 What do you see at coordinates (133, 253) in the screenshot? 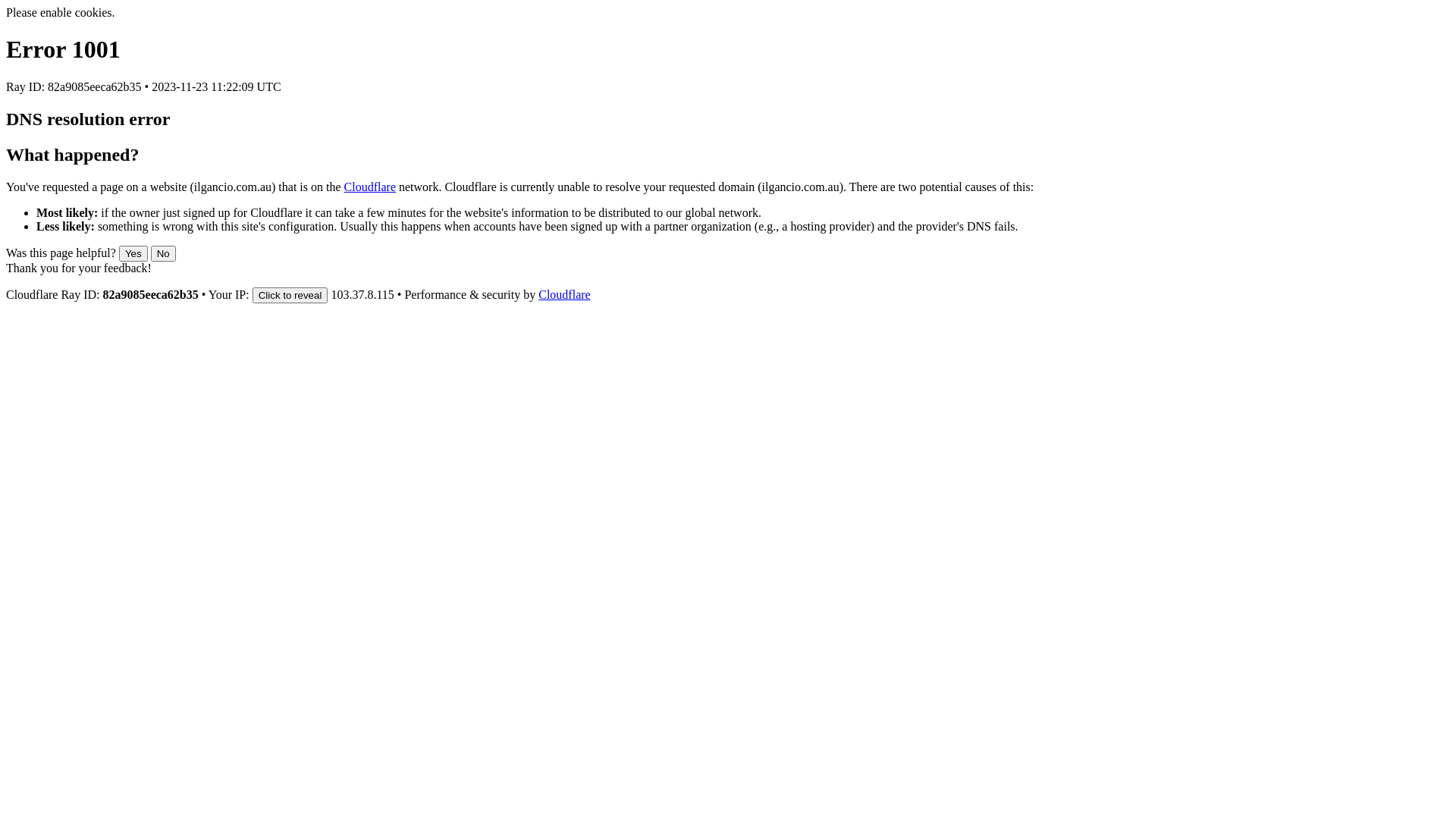
I see `'Yes'` at bounding box center [133, 253].